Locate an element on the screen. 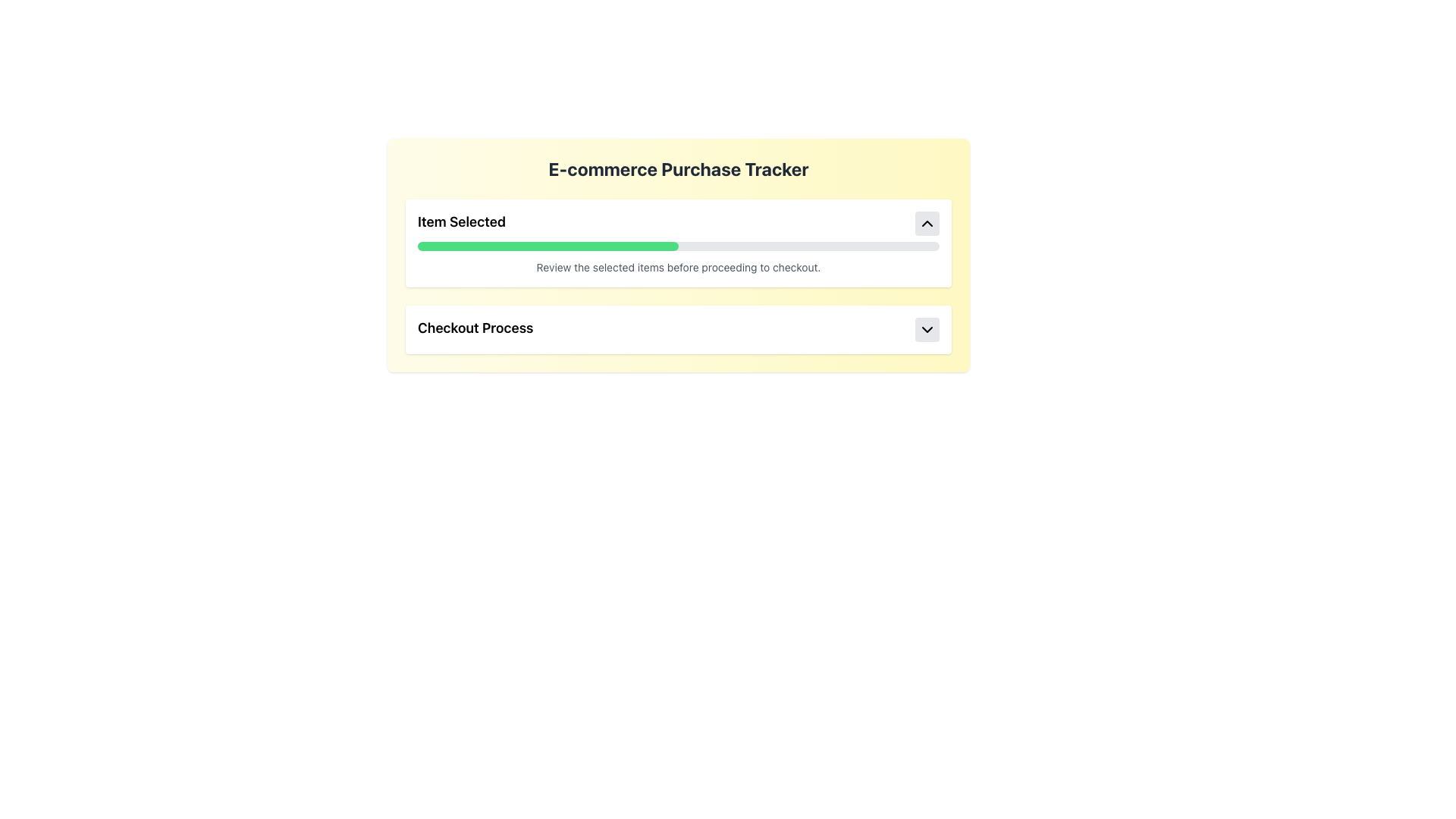 This screenshot has height=819, width=1456. the header text that indicates the current status or section, specifically highlighting that an item has been selected is located at coordinates (461, 223).